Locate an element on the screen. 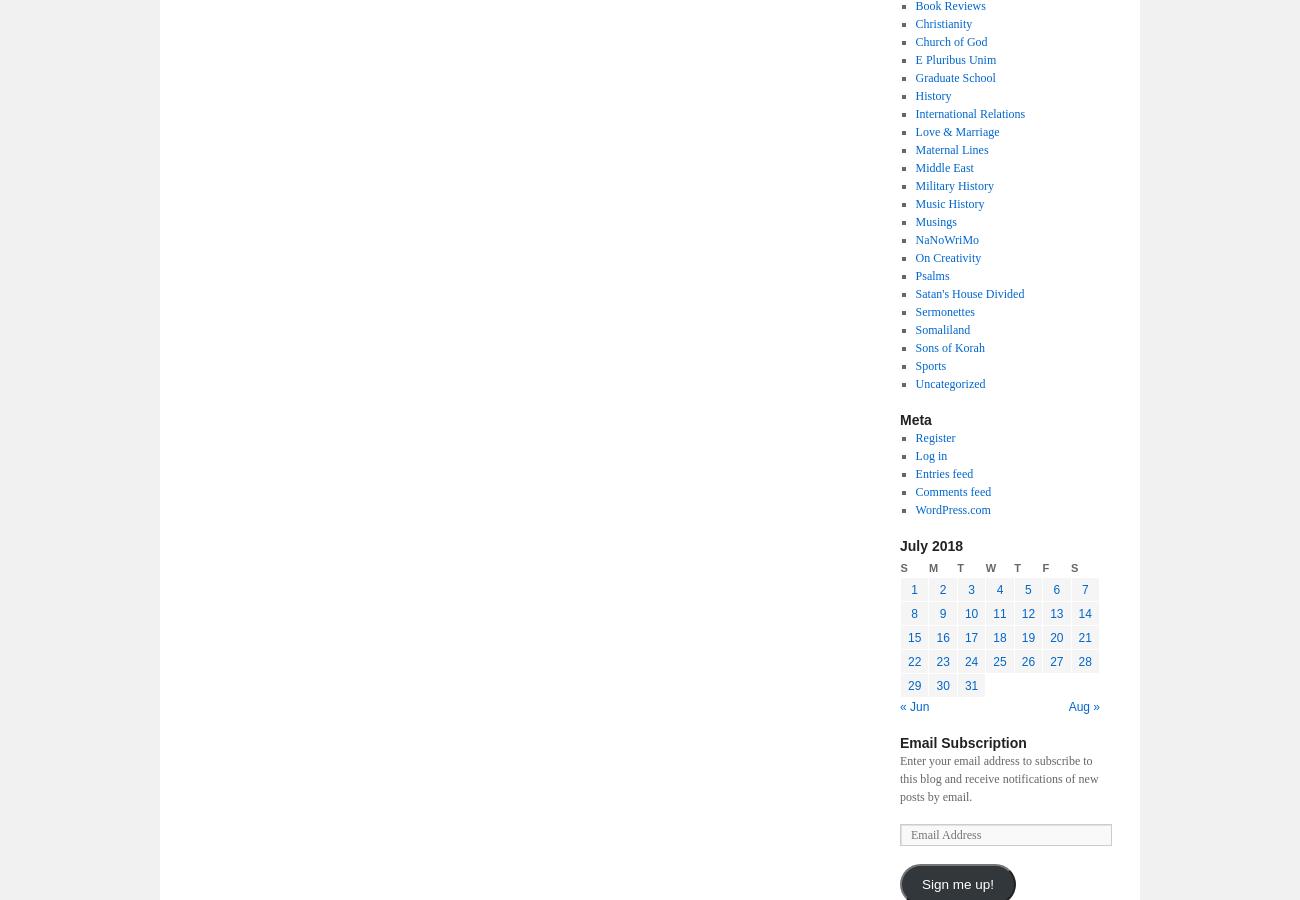 The image size is (1300, 900). '31' is located at coordinates (963, 684).